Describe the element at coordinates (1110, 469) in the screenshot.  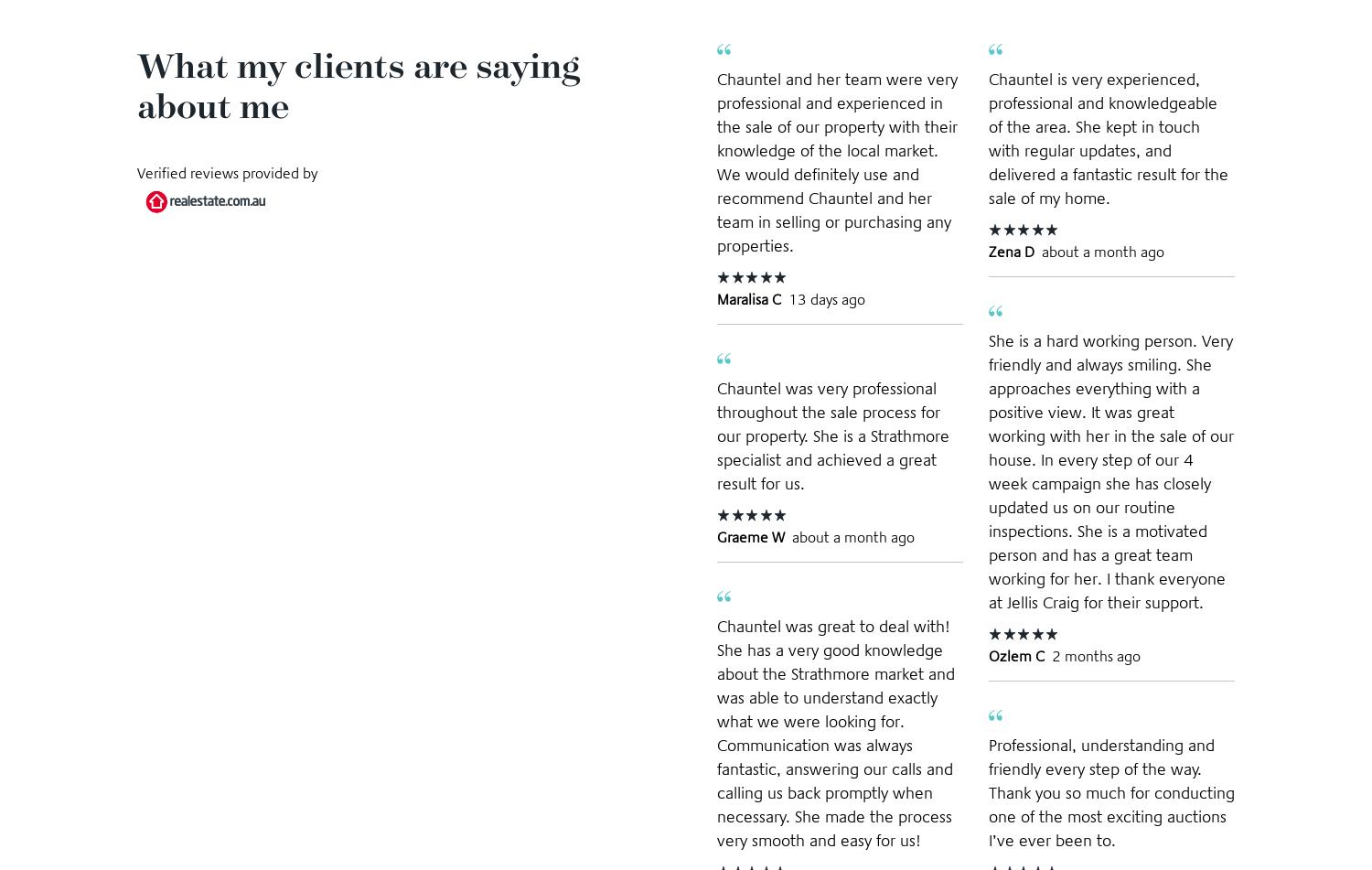
I see `'She is a hard working person. Very friendly and always smiling. She approaches everything with a positive view. It was great working with her in the sale of our house. In every step of our 4 week campaign she has closely updated us on our routine inspections. She is a motivated person and has a great team working for her. I thank everyone at Jellis Craig for their support.'` at that location.